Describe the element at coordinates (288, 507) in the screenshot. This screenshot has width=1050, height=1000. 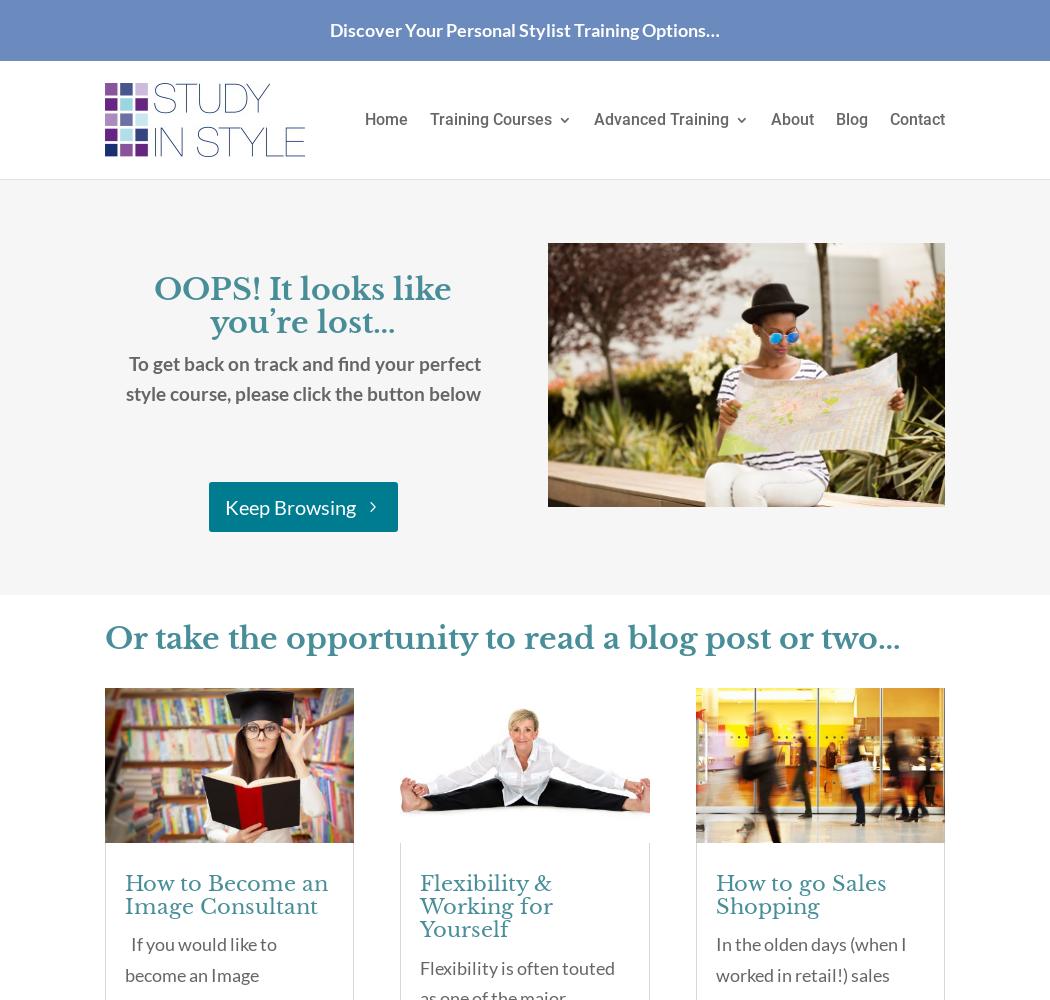
I see `'Keep Browsing'` at that location.